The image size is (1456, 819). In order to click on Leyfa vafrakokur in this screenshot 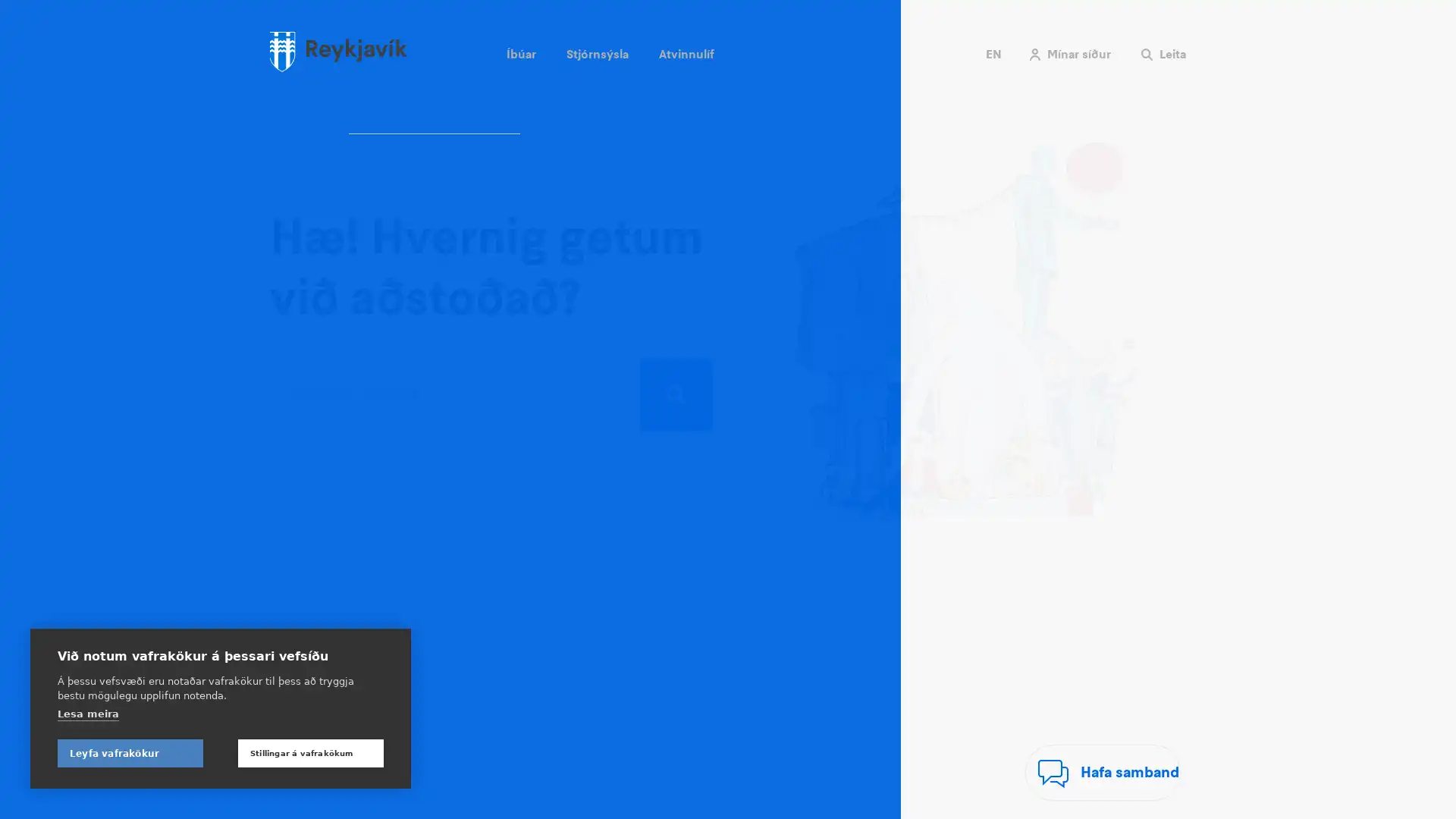, I will do `click(130, 753)`.